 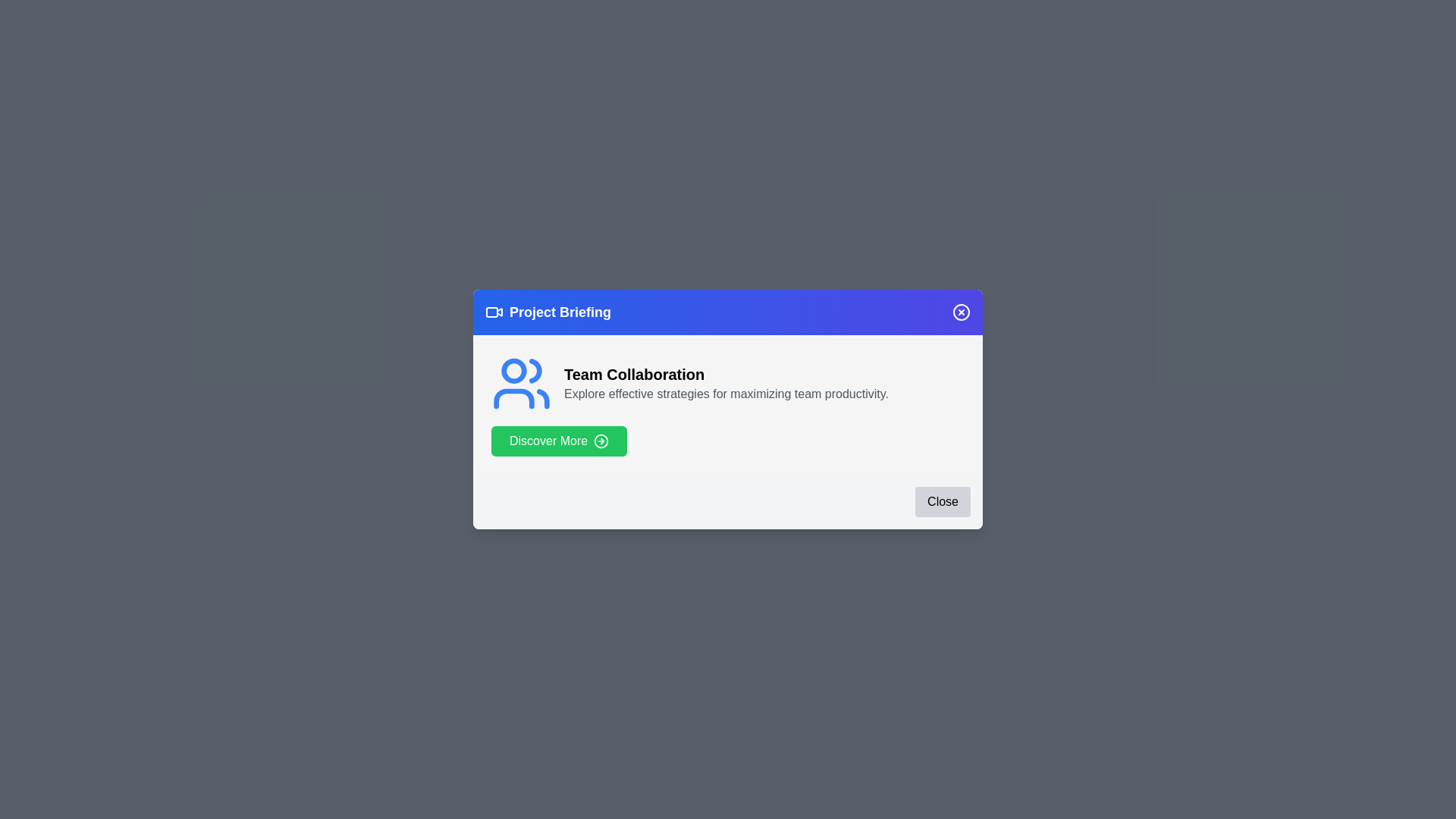 I want to click on the close icon to observe hover effects, so click(x=960, y=312).